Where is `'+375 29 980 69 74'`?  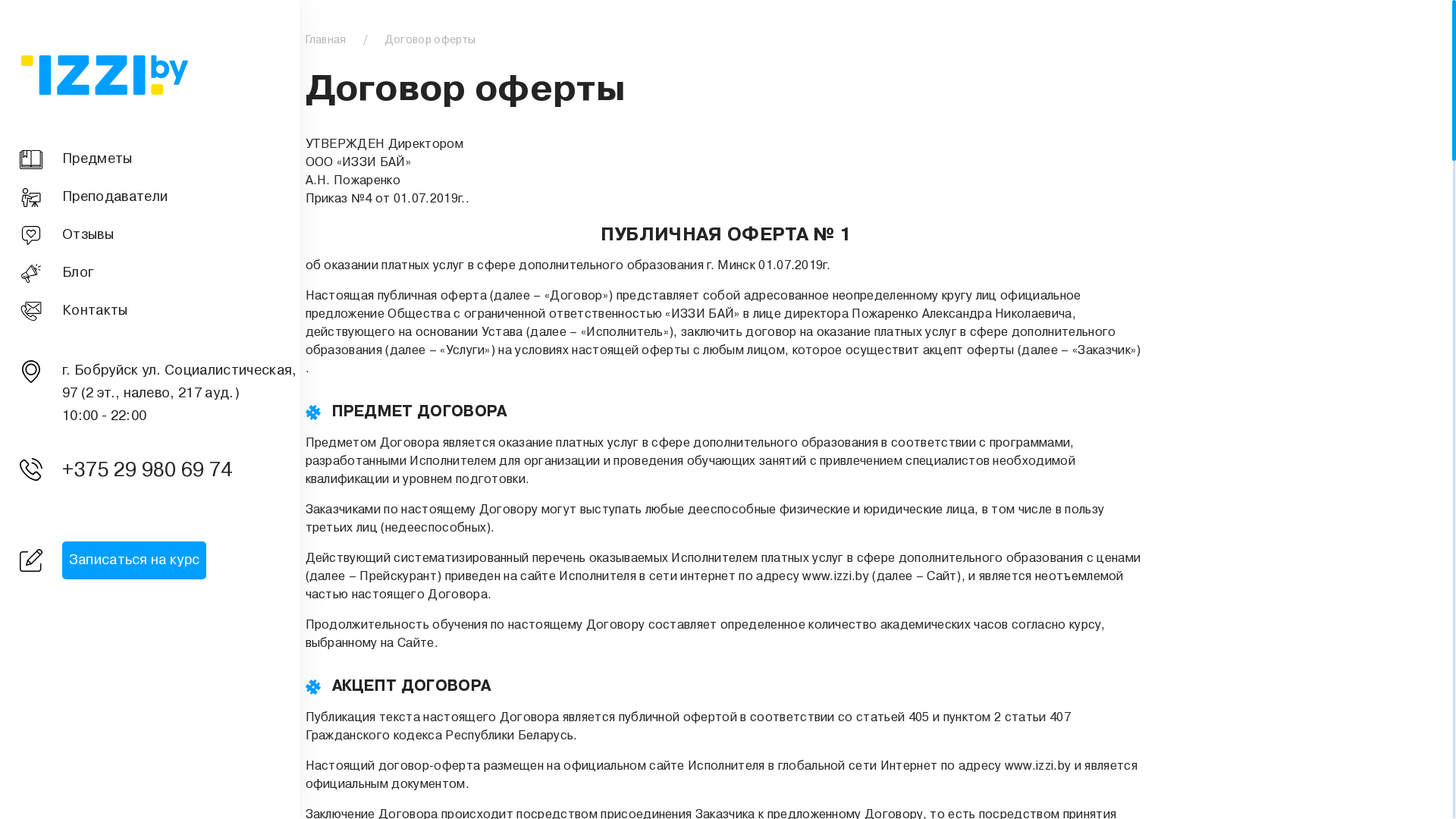
'+375 29 980 69 74' is located at coordinates (152, 470).